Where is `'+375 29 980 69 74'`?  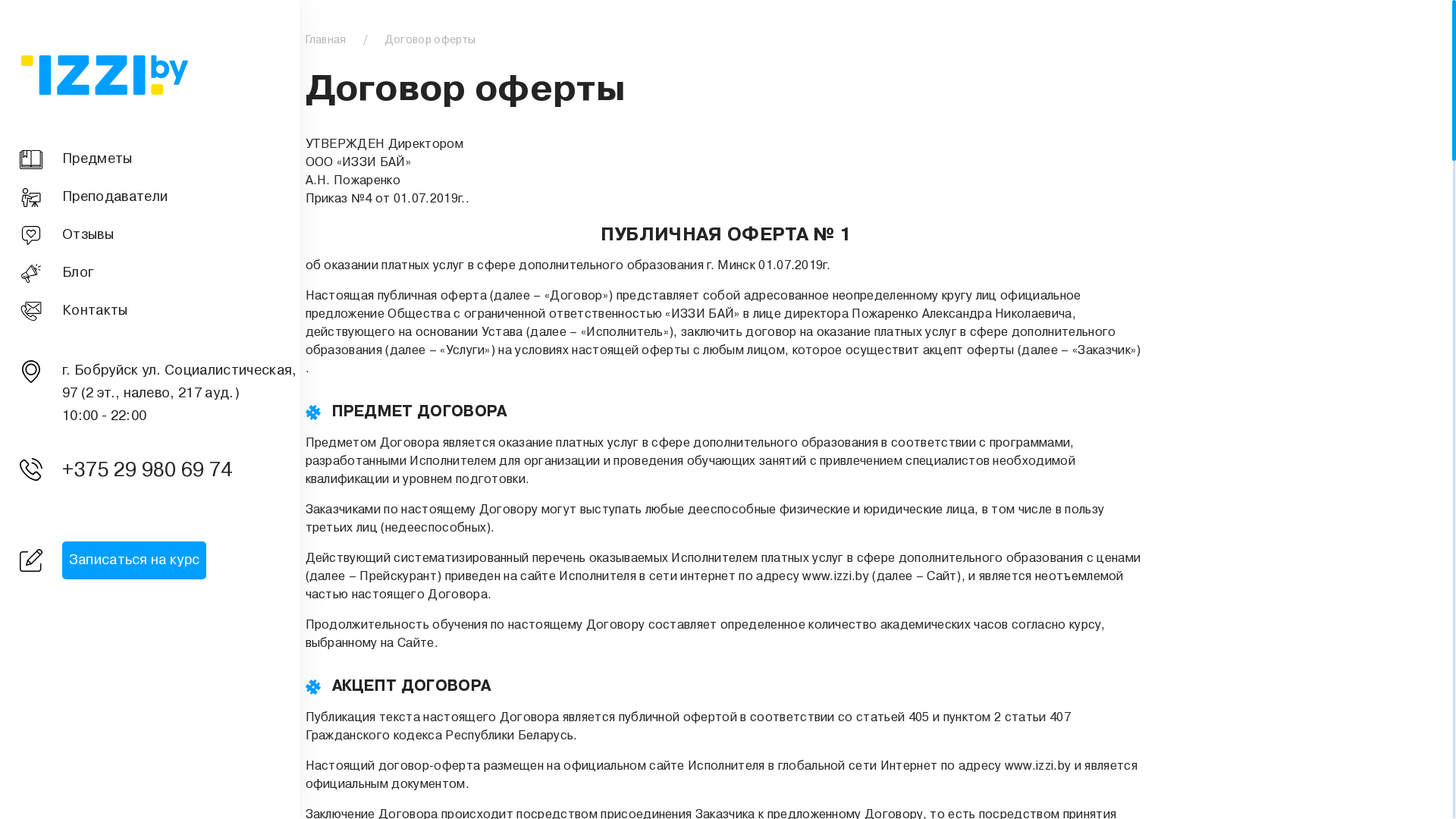
'+375 29 980 69 74' is located at coordinates (152, 470).